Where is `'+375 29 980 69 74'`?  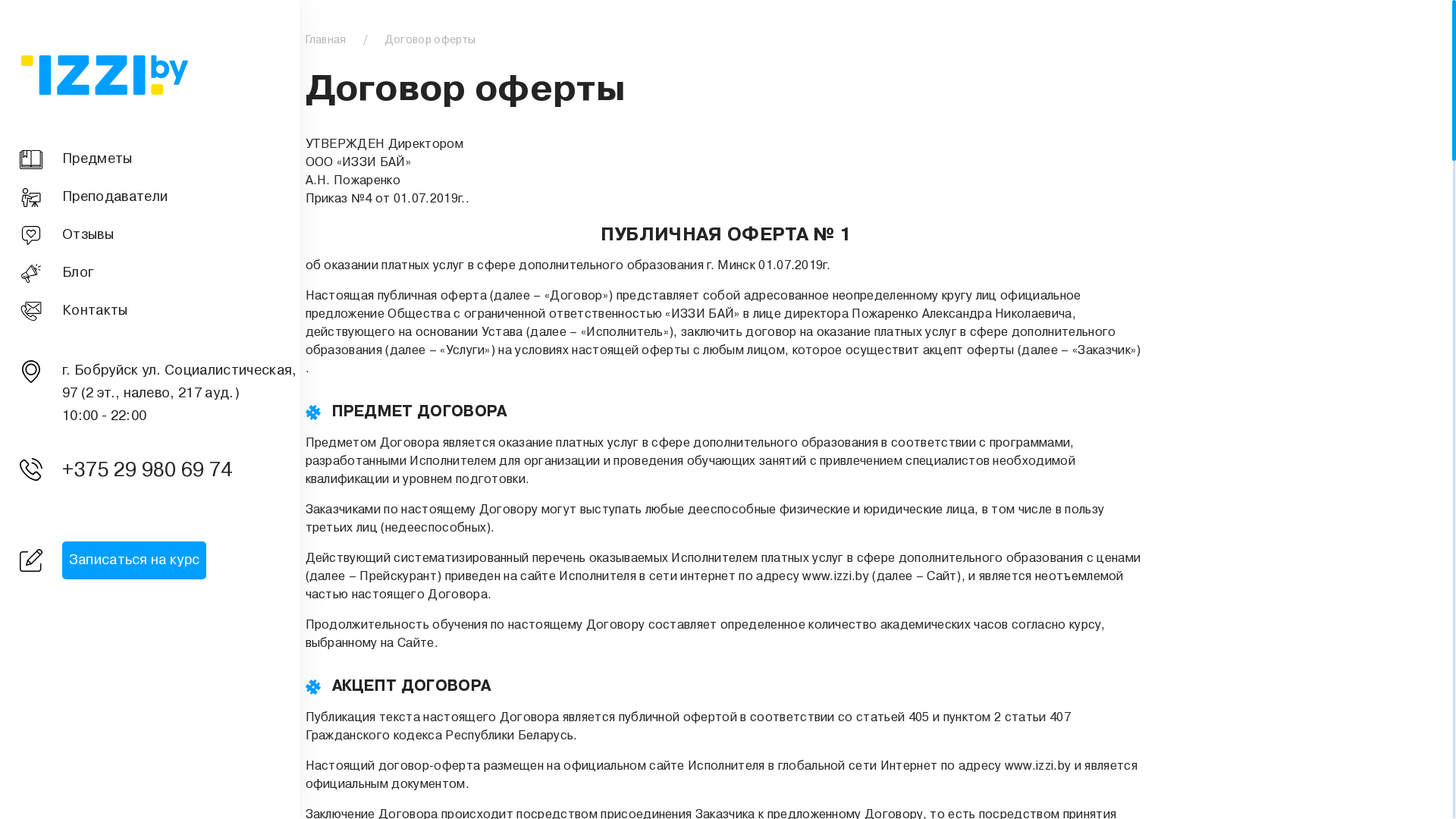
'+375 29 980 69 74' is located at coordinates (152, 470).